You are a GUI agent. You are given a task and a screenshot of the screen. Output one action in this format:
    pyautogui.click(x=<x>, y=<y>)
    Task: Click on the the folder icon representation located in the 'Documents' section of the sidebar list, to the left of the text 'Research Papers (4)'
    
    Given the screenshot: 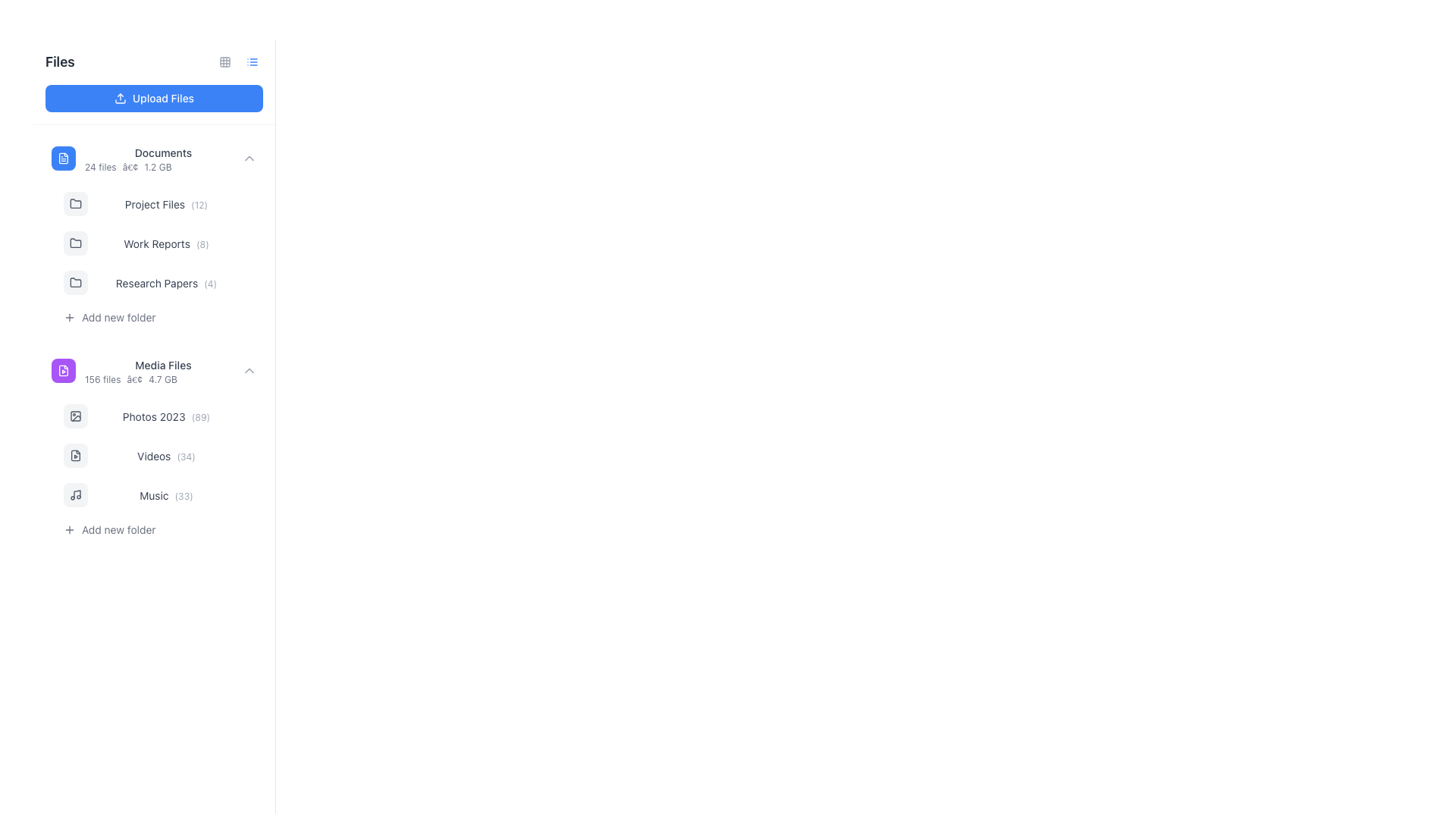 What is the action you would take?
    pyautogui.click(x=75, y=281)
    